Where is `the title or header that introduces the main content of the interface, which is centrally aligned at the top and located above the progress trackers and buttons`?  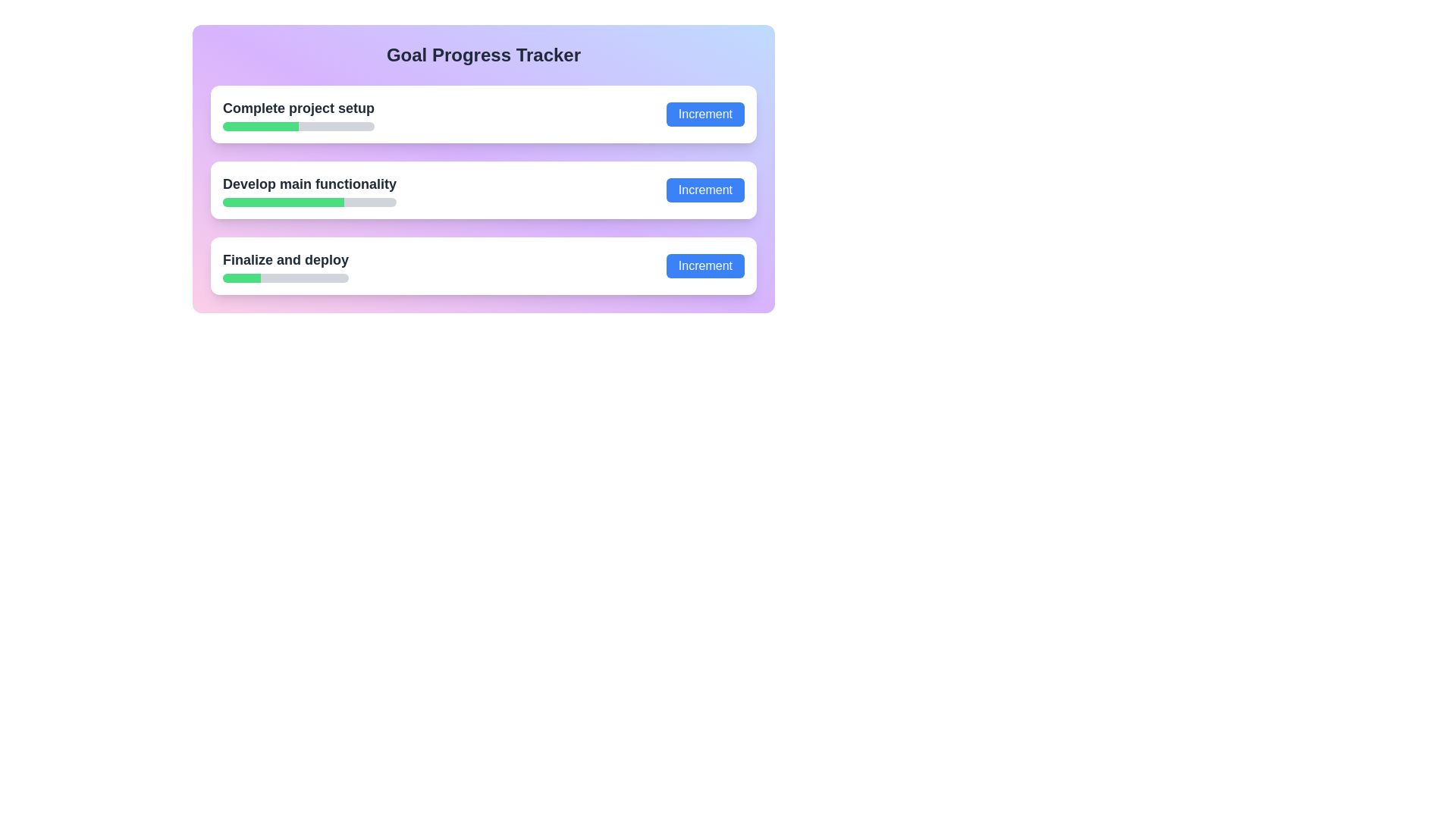 the title or header that introduces the main content of the interface, which is centrally aligned at the top and located above the progress trackers and buttons is located at coordinates (483, 55).